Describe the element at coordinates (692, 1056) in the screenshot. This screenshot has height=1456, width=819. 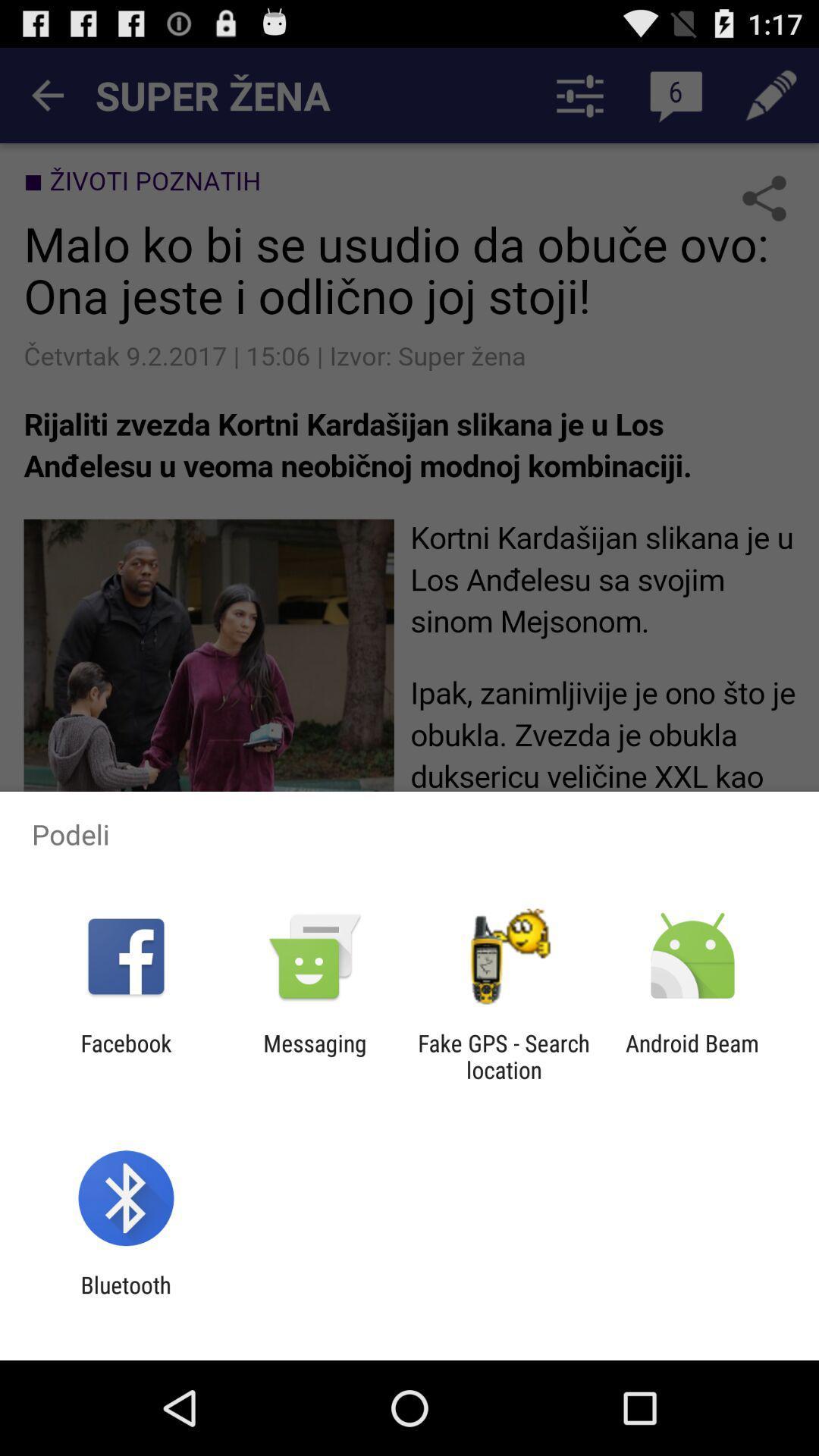
I see `the android beam icon` at that location.